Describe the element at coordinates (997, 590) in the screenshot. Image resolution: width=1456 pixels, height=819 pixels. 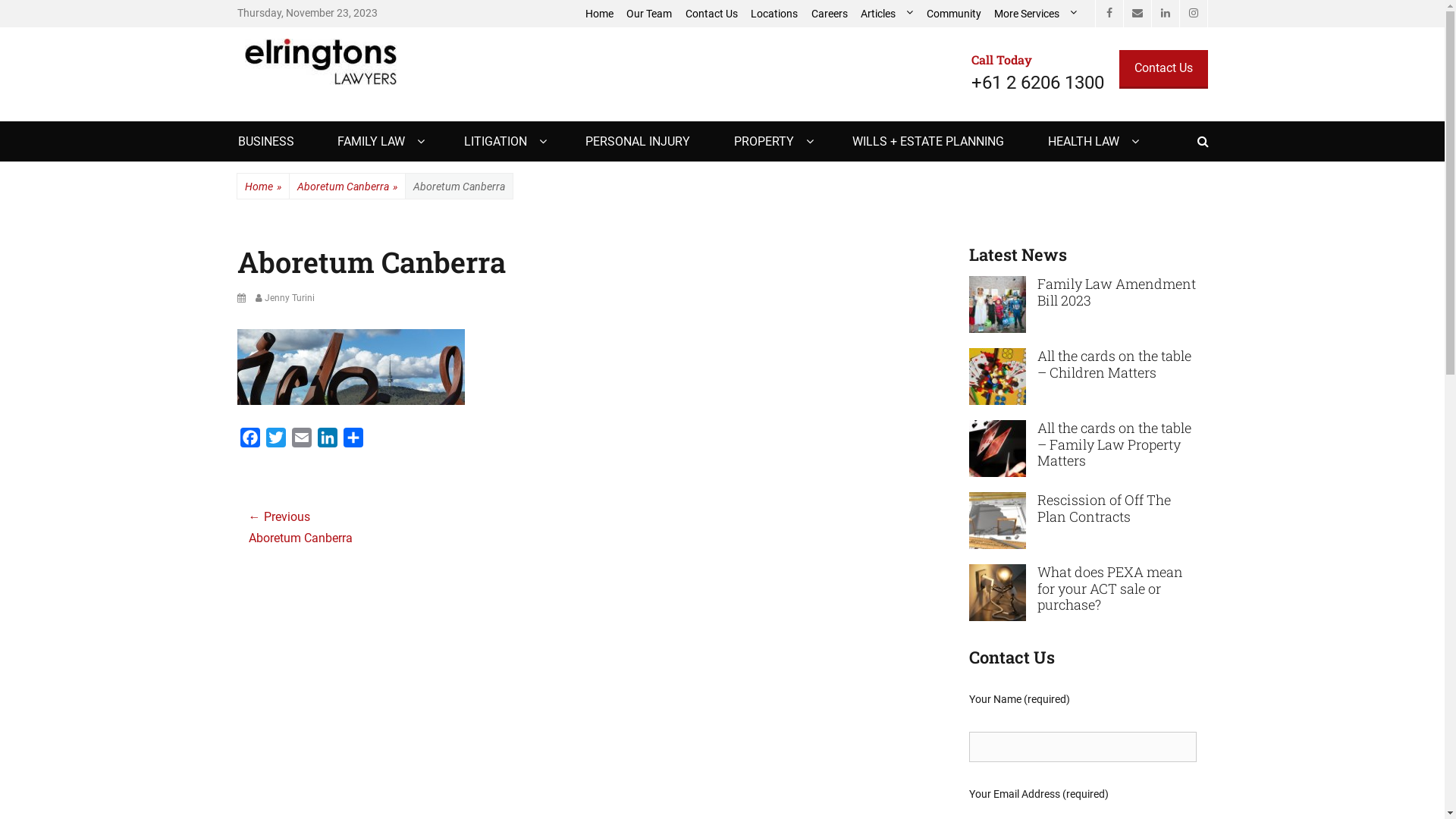
I see `'What does PEXA mean for your ACT sale or purchase?'` at that location.